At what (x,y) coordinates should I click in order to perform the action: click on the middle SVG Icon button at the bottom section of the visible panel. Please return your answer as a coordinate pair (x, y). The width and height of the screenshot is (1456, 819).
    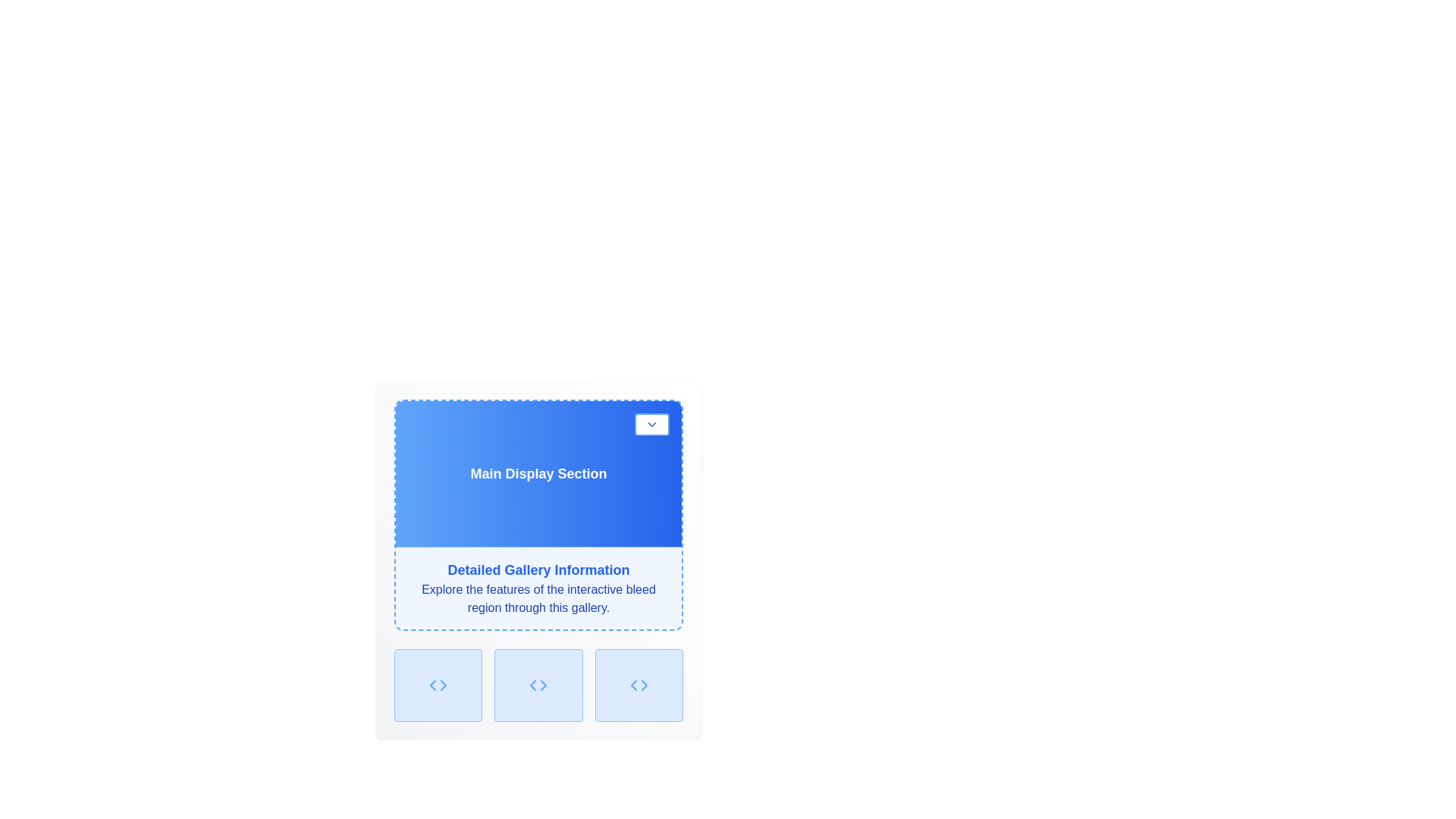
    Looking at the image, I should click on (538, 685).